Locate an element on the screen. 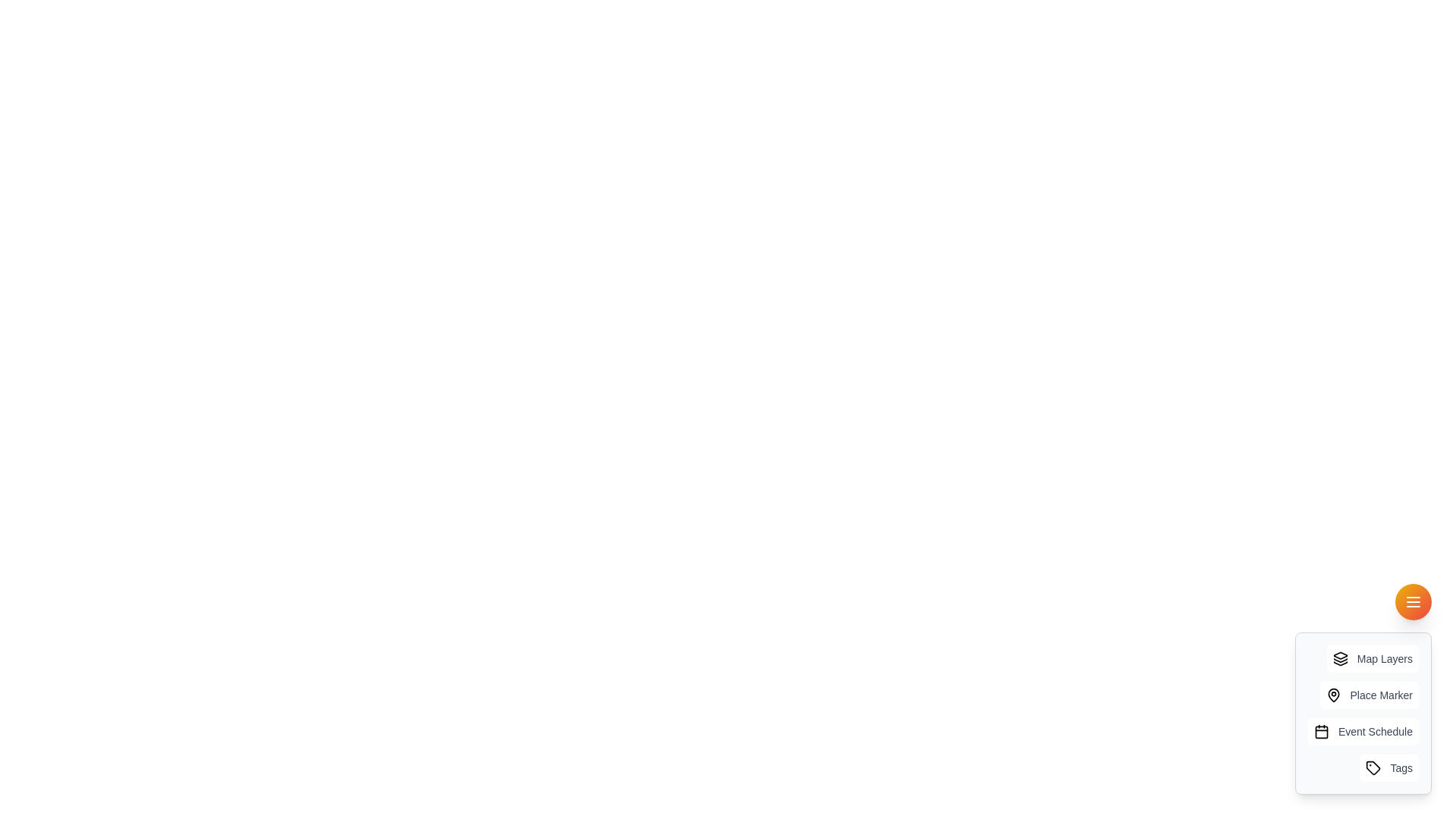 This screenshot has height=819, width=1456. the speed dial toggle button to toggle the menu is located at coordinates (1412, 601).